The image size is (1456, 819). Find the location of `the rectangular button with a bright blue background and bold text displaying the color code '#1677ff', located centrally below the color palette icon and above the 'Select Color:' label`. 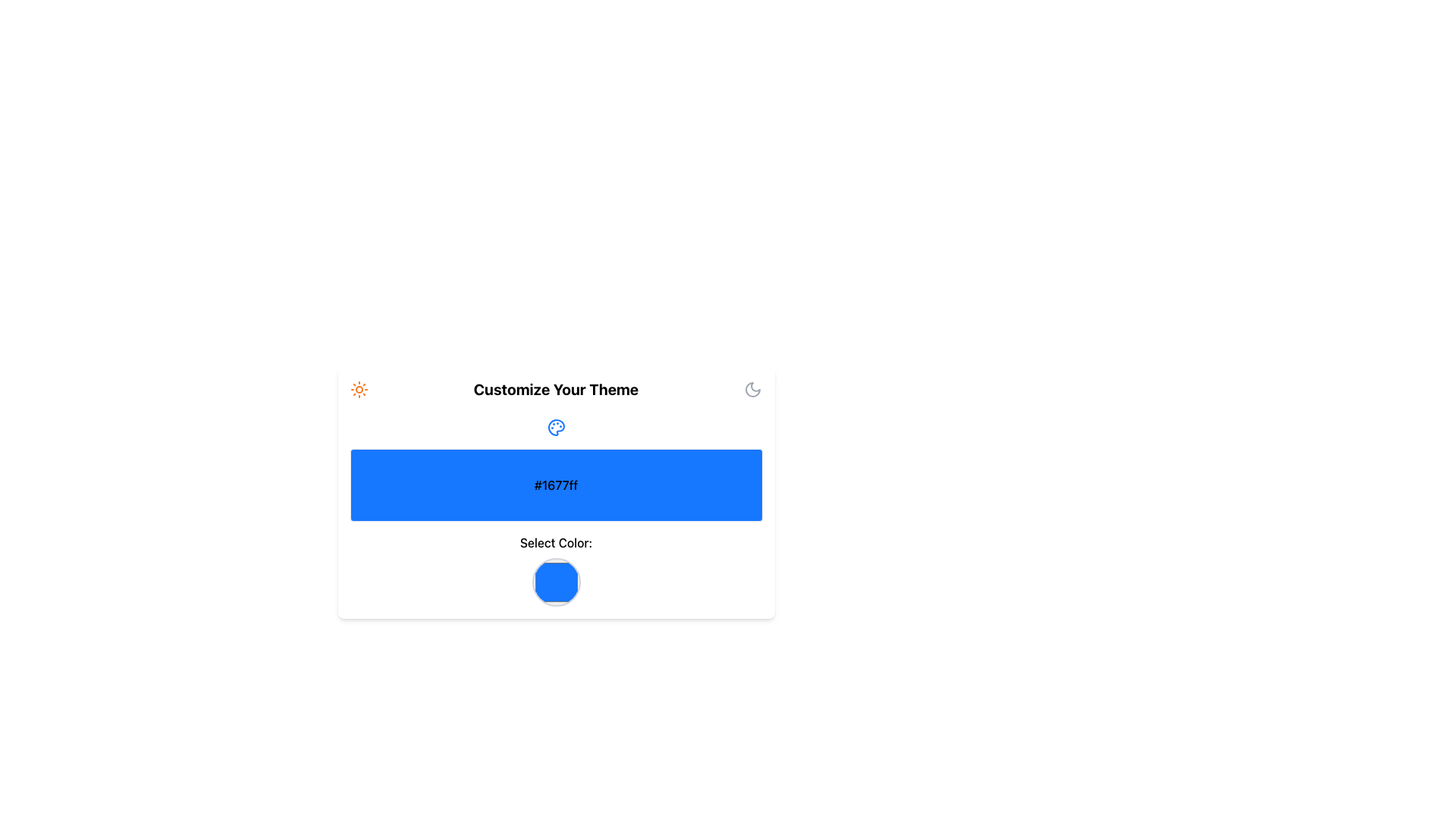

the rectangular button with a bright blue background and bold text displaying the color code '#1677ff', located centrally below the color palette icon and above the 'Select Color:' label is located at coordinates (555, 493).